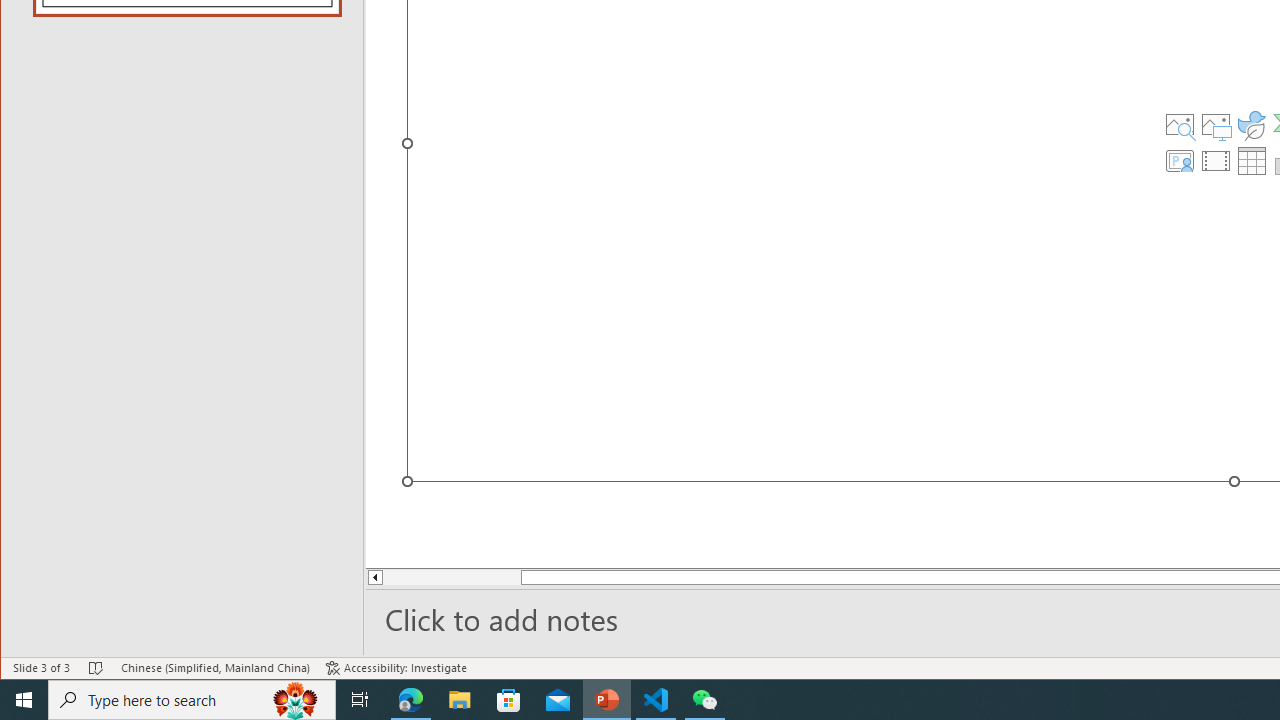  Describe the element at coordinates (95, 668) in the screenshot. I see `'Spell Check No Errors'` at that location.